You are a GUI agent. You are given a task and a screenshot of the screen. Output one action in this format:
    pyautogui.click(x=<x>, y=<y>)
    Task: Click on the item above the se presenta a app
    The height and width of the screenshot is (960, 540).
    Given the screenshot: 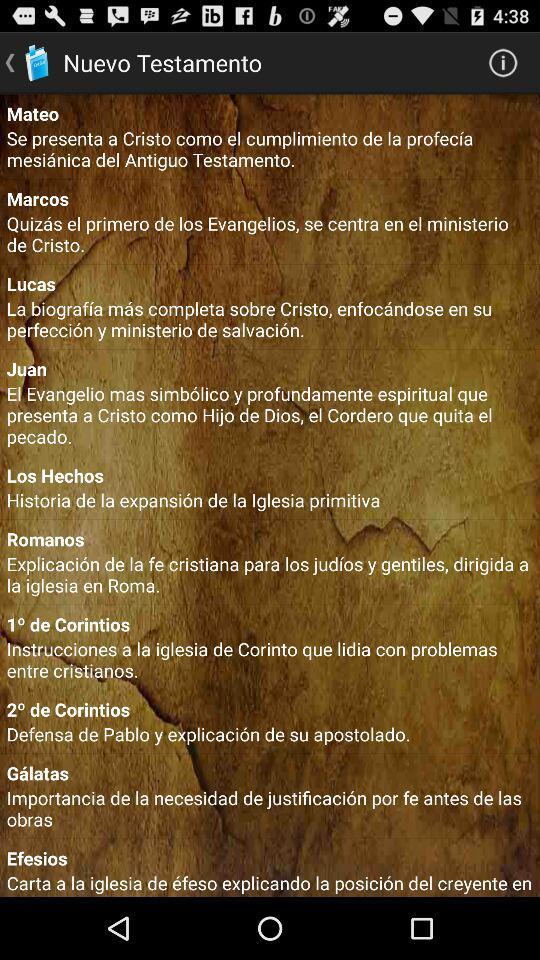 What is the action you would take?
    pyautogui.click(x=270, y=113)
    